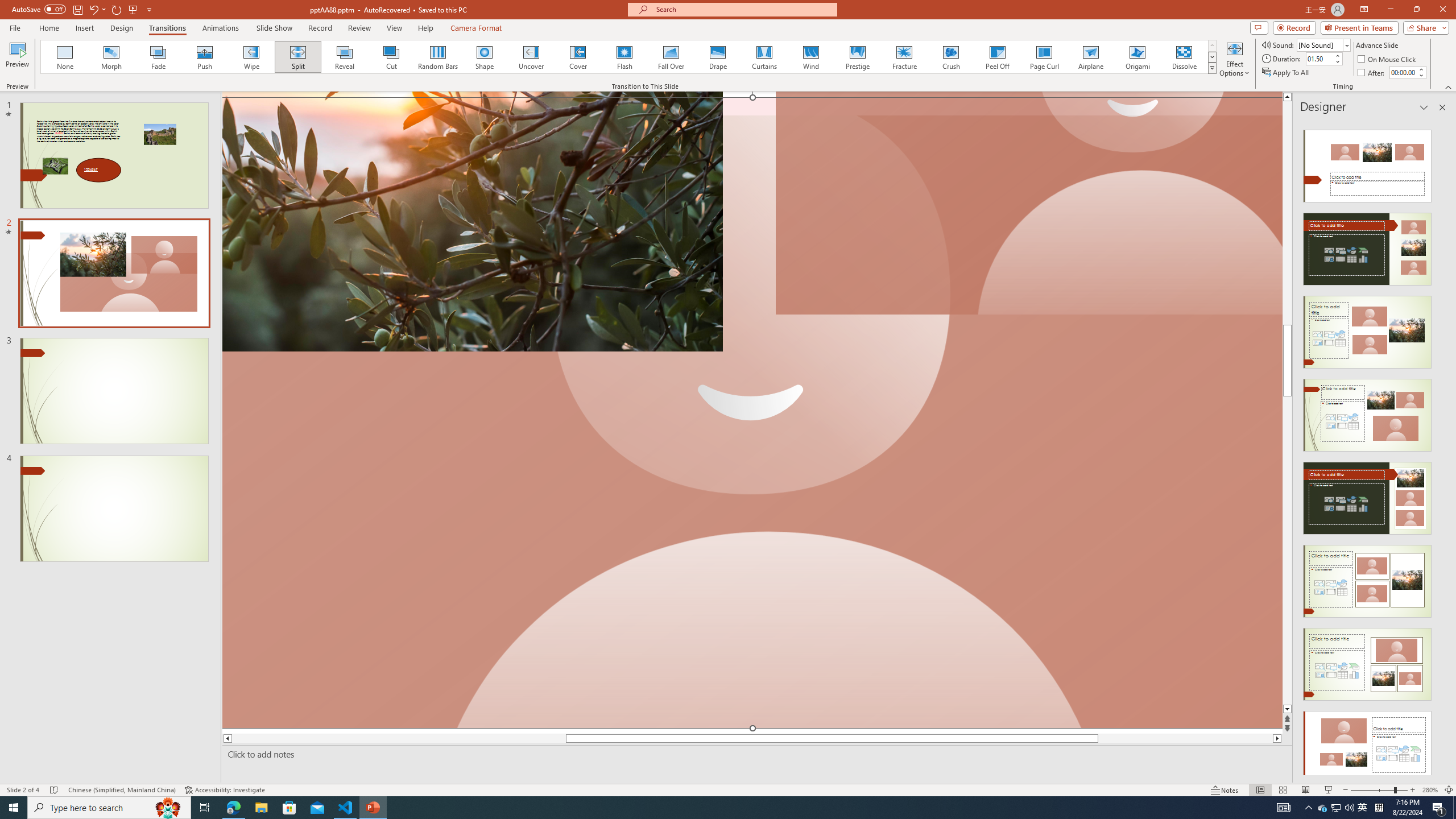 This screenshot has height=819, width=1456. Describe the element at coordinates (1441, 447) in the screenshot. I see `'Class: NetUIScrollBar'` at that location.